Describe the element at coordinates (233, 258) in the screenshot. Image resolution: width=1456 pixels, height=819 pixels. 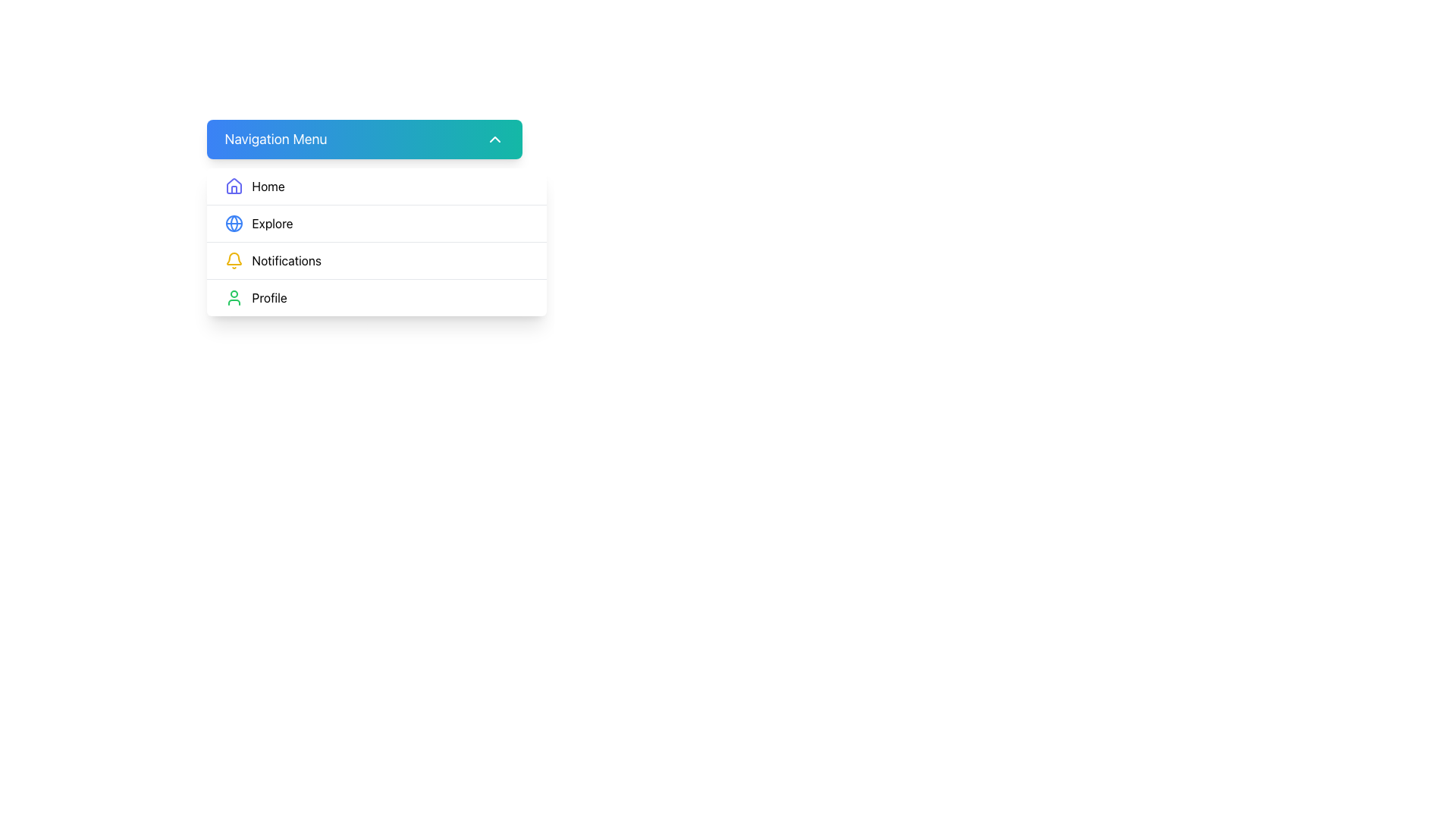
I see `the bell-shaped vector graphic within the notification icon, located under the 'Notifications' label in the vertical navigation menu` at that location.